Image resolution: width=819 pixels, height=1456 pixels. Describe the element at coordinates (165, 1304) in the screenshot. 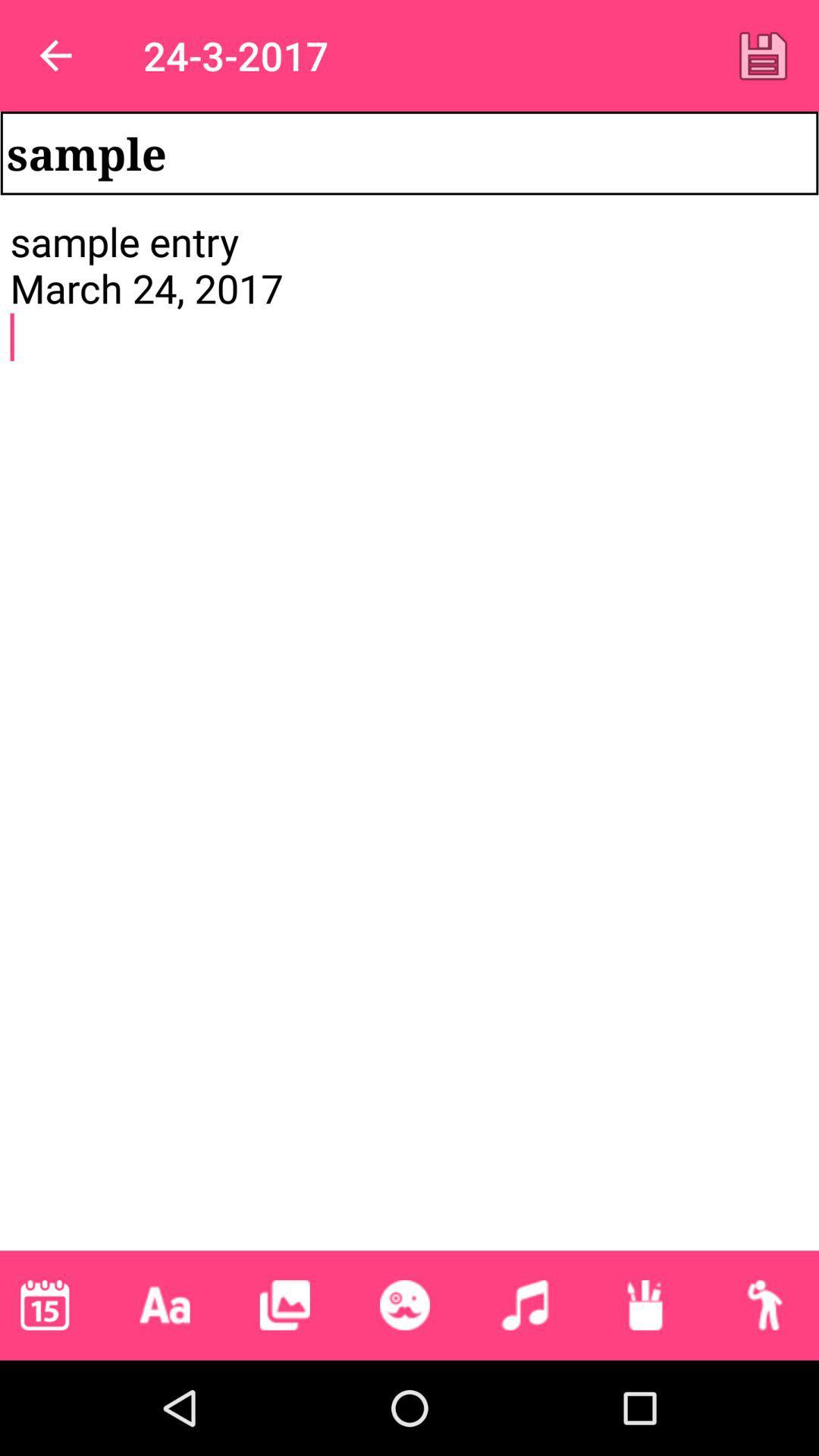

I see `the icon below the sample entry march item` at that location.